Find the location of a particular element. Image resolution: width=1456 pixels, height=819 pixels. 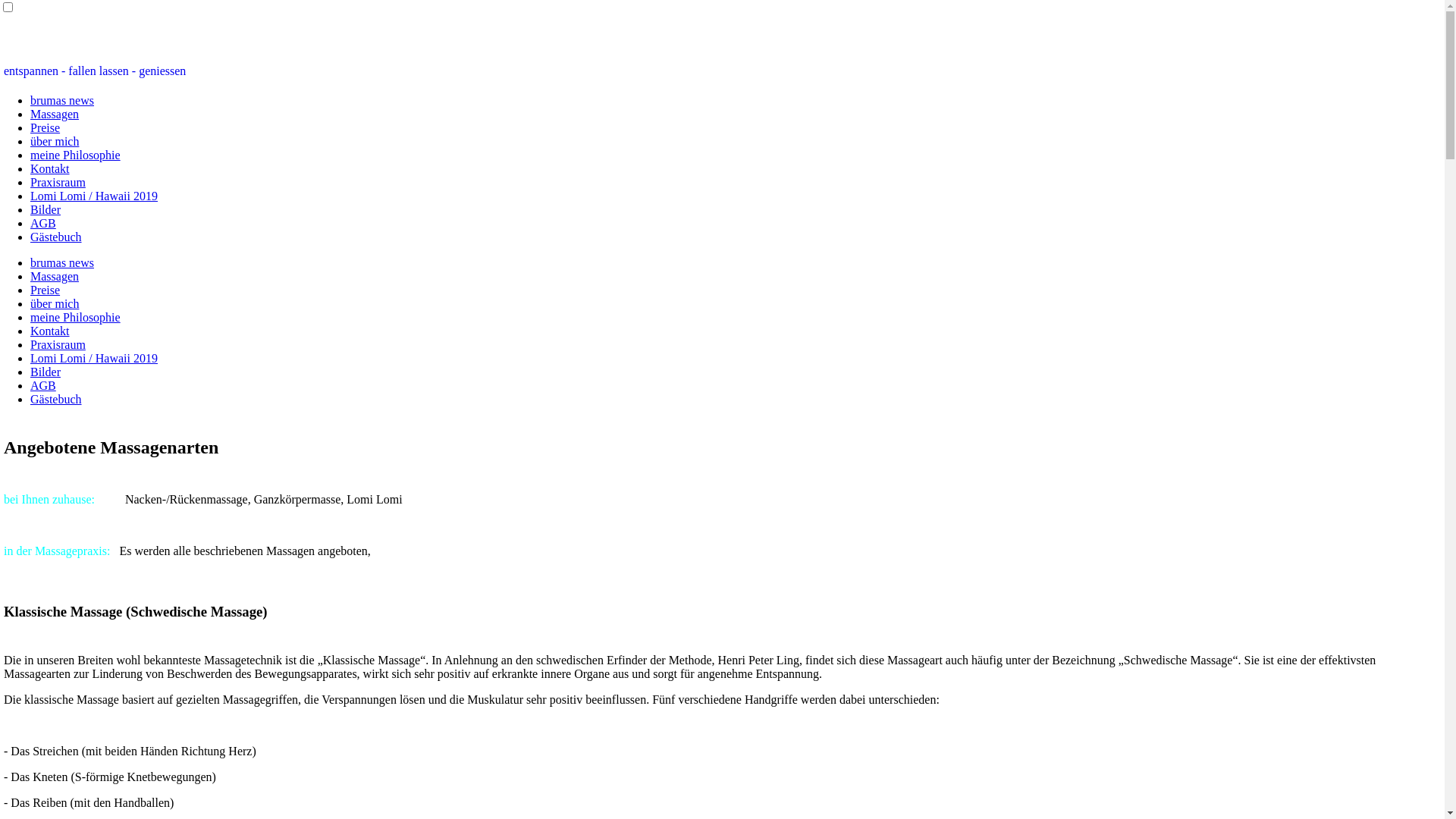

'brumas news' is located at coordinates (30, 262).